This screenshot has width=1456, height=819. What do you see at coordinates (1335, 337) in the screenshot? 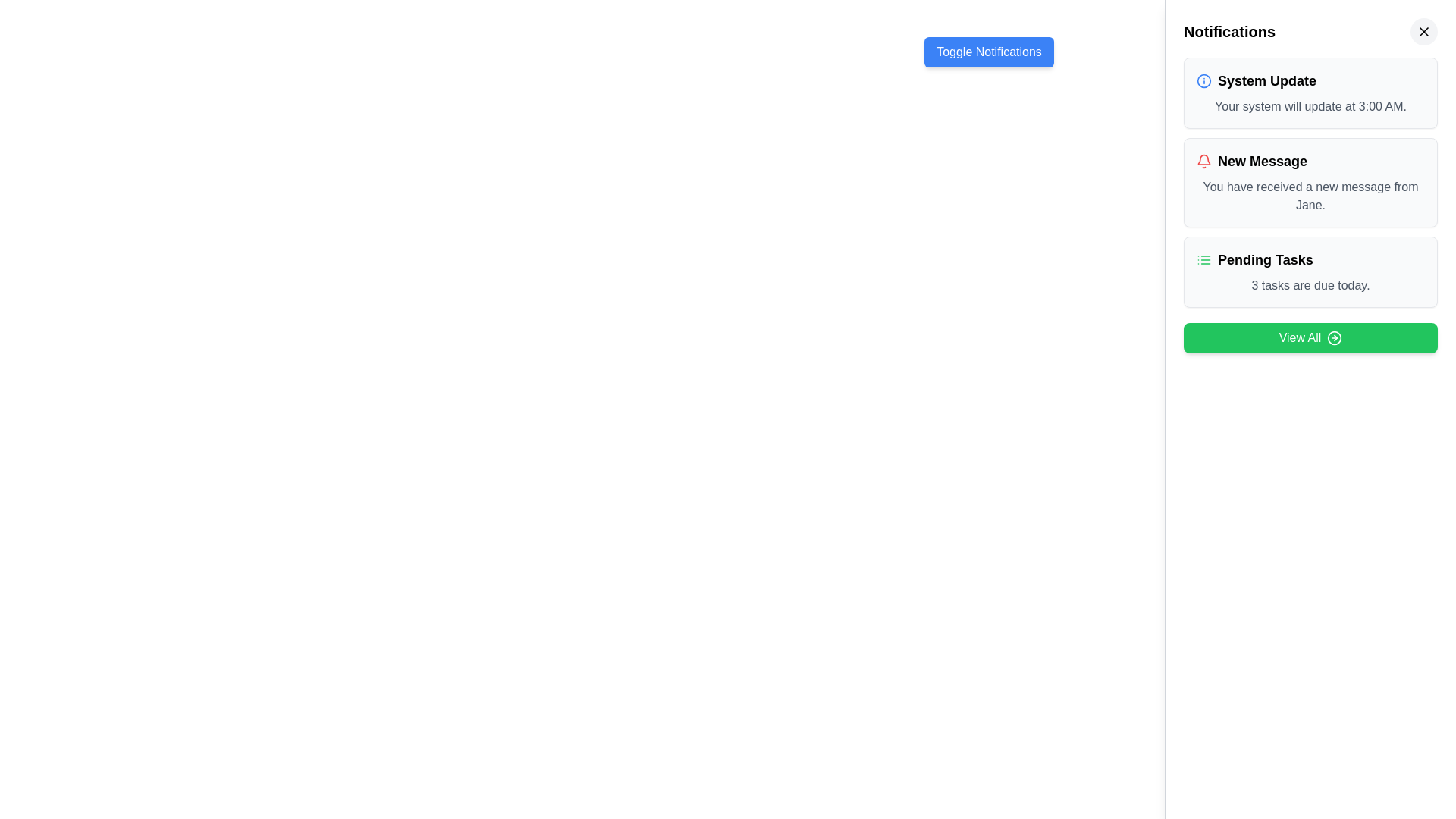
I see `the green button labeled 'View All' which contains a circular arrow icon` at bounding box center [1335, 337].